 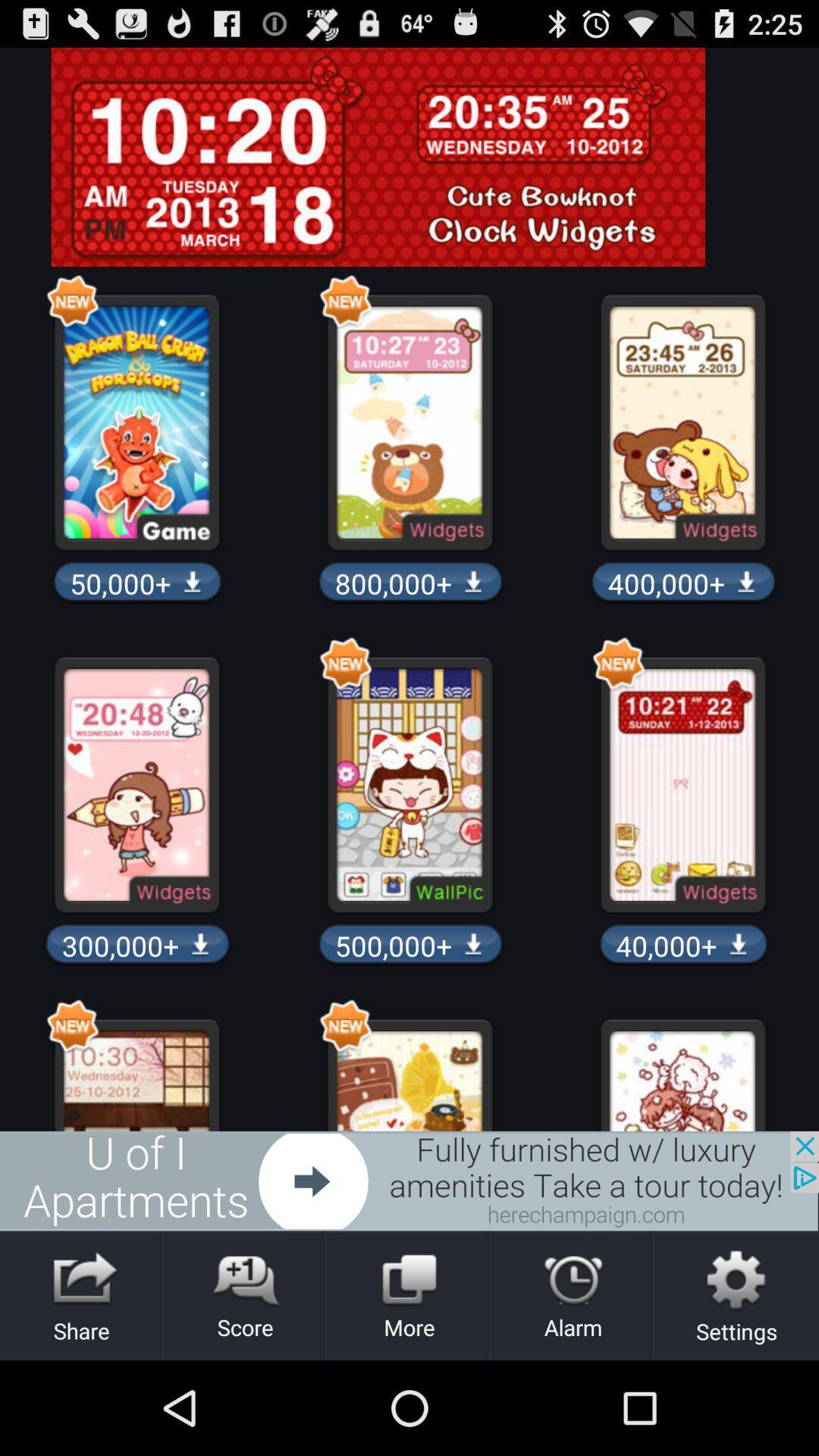 I want to click on the advertisement, so click(x=409, y=1180).